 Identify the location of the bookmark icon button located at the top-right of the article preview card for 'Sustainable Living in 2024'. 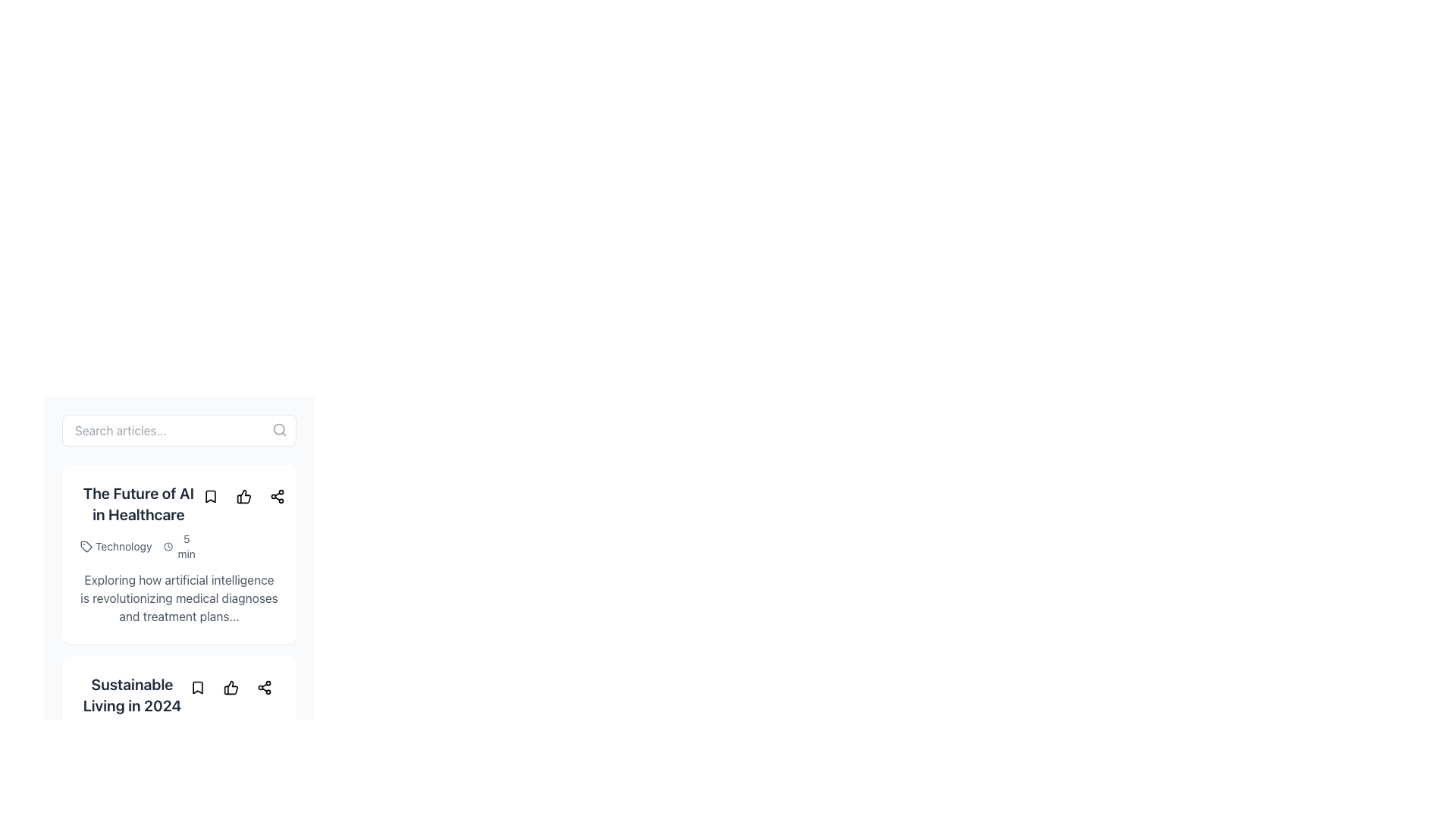
(196, 687).